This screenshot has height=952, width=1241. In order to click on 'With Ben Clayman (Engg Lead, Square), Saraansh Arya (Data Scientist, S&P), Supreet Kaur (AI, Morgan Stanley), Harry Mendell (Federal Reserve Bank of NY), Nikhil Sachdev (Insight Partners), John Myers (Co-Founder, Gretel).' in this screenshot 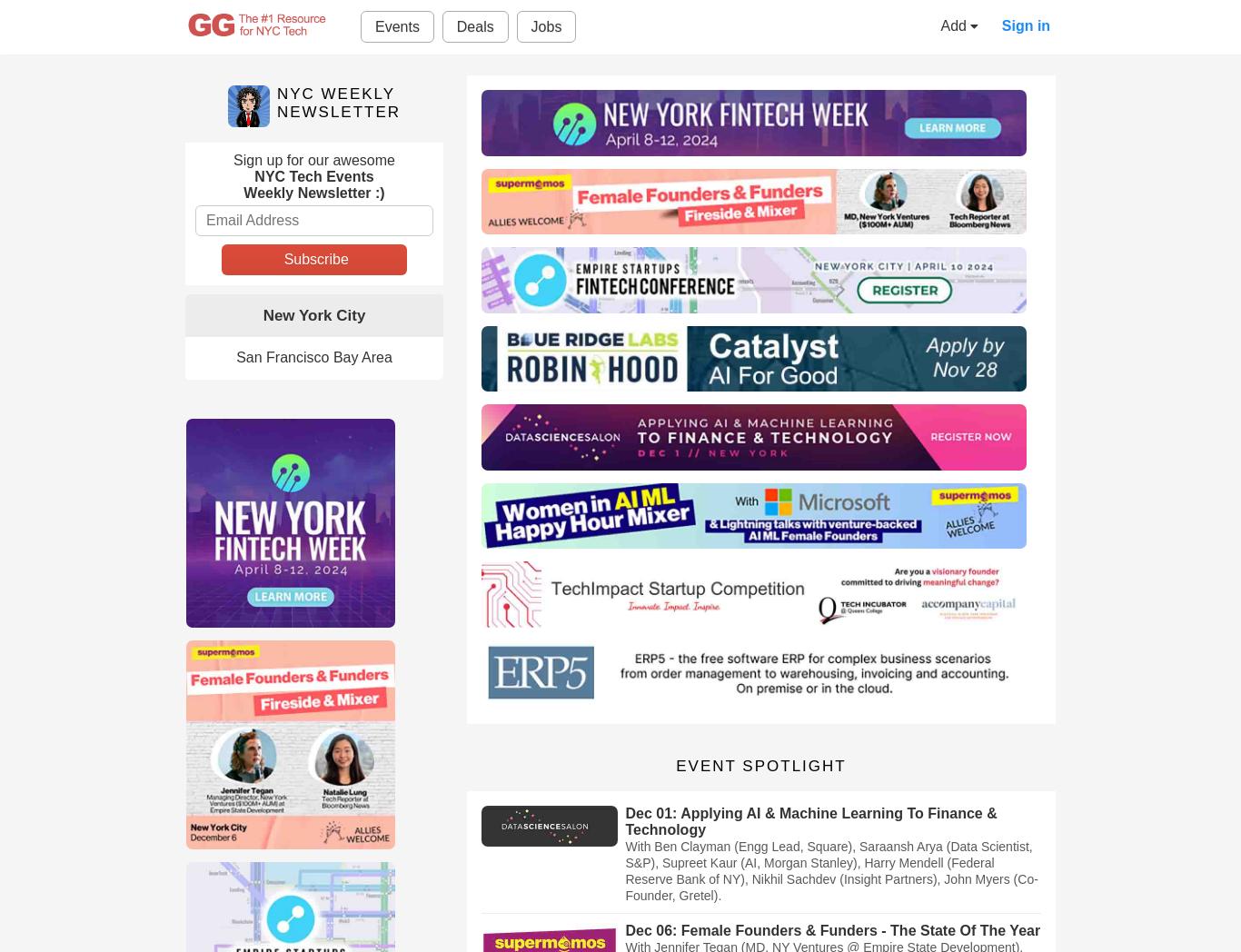, I will do `click(830, 871)`.